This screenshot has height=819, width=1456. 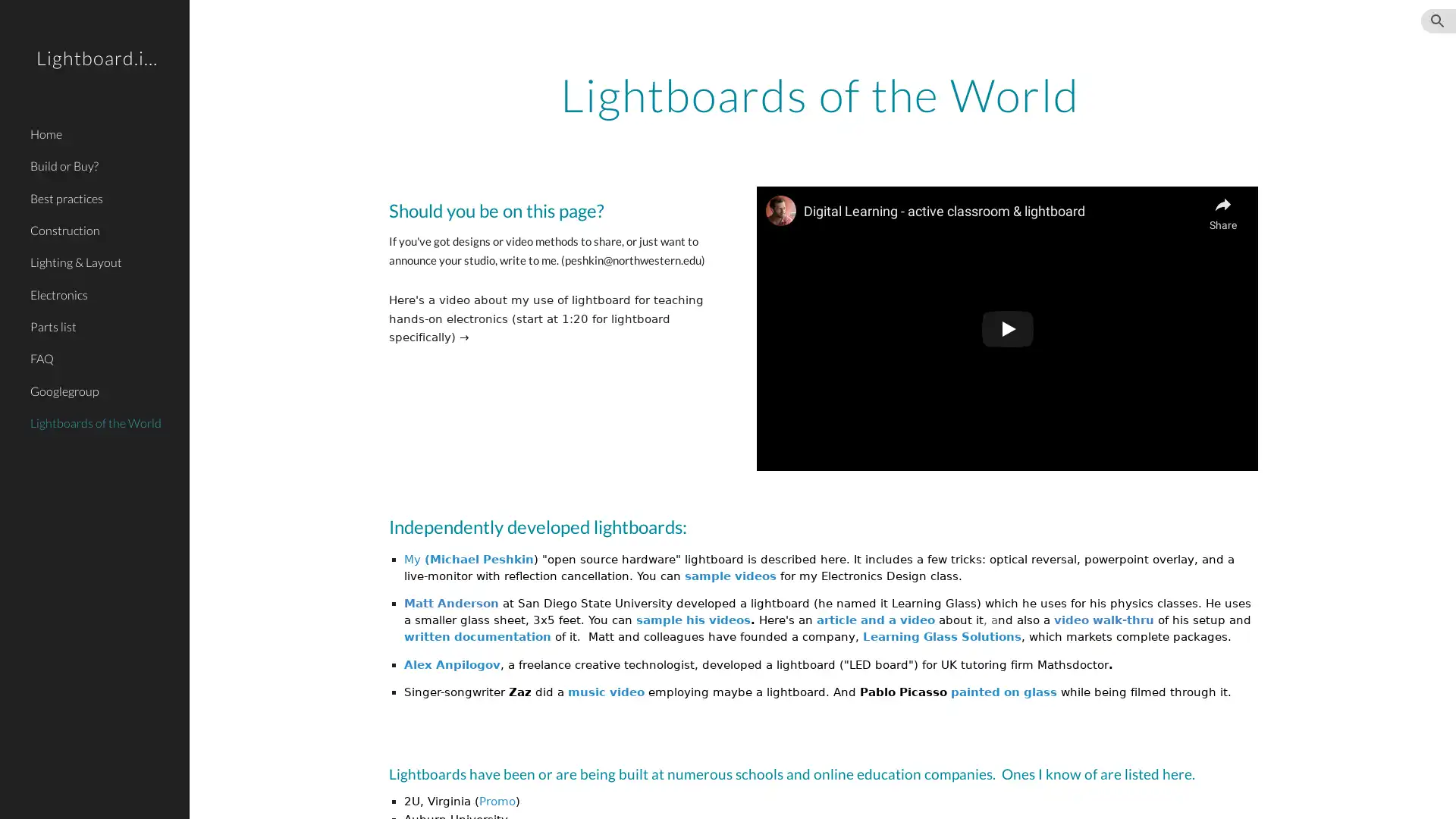 I want to click on Skip to main content, so click(x=597, y=28).